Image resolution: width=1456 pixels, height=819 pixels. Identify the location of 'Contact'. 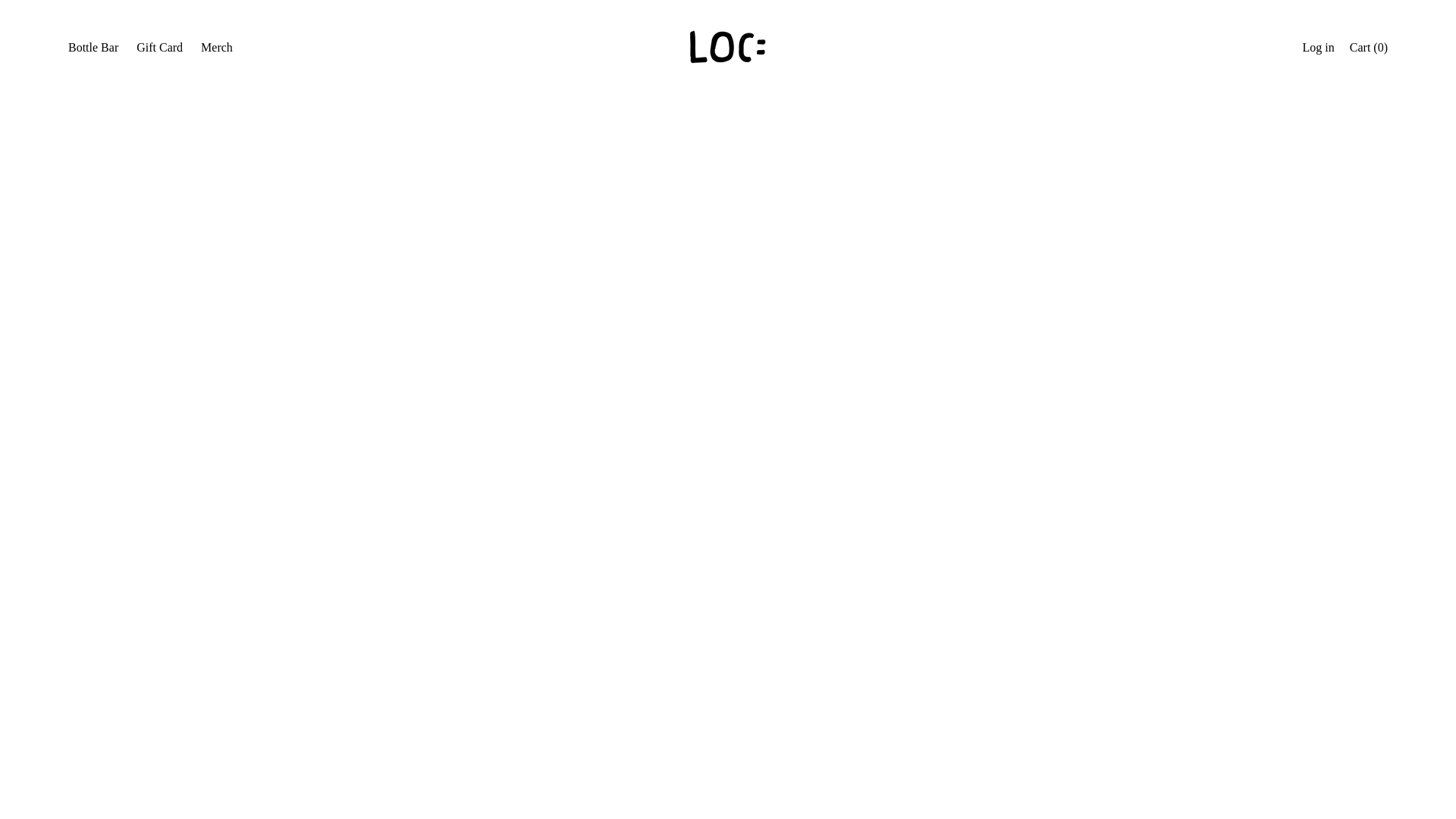
(101, 318).